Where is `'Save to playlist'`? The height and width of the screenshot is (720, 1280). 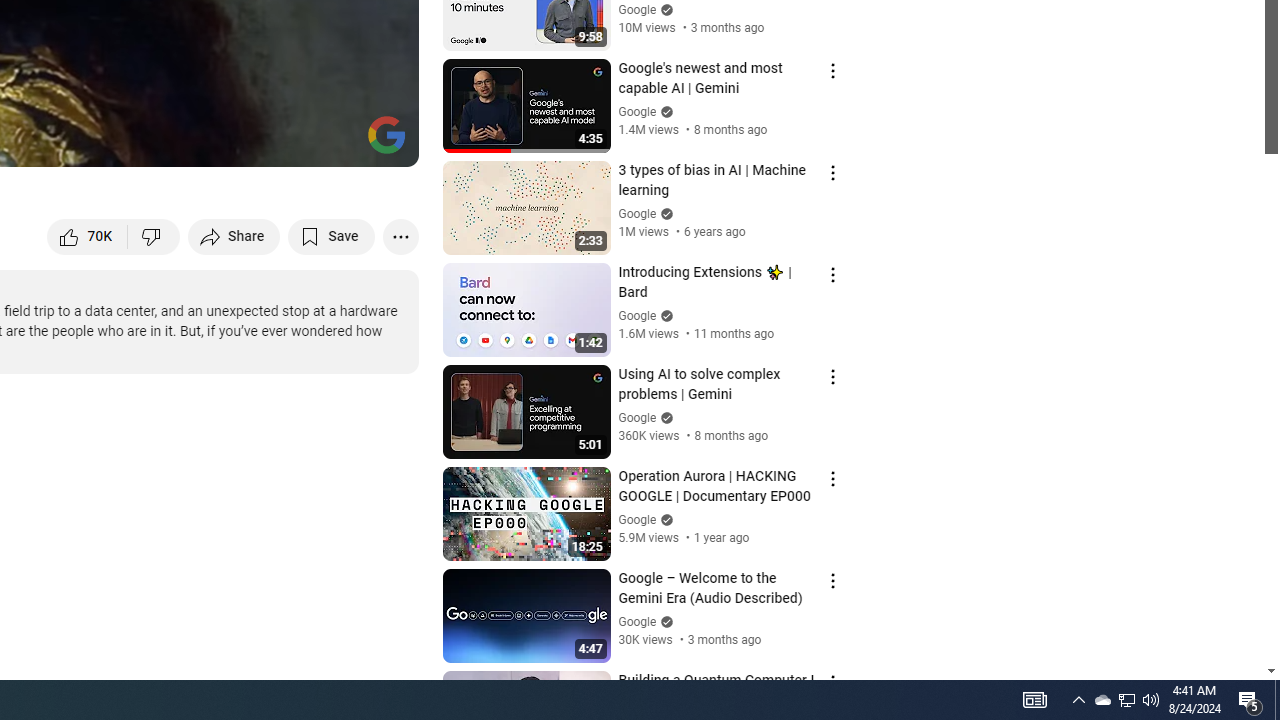
'Save to playlist' is located at coordinates (331, 235).